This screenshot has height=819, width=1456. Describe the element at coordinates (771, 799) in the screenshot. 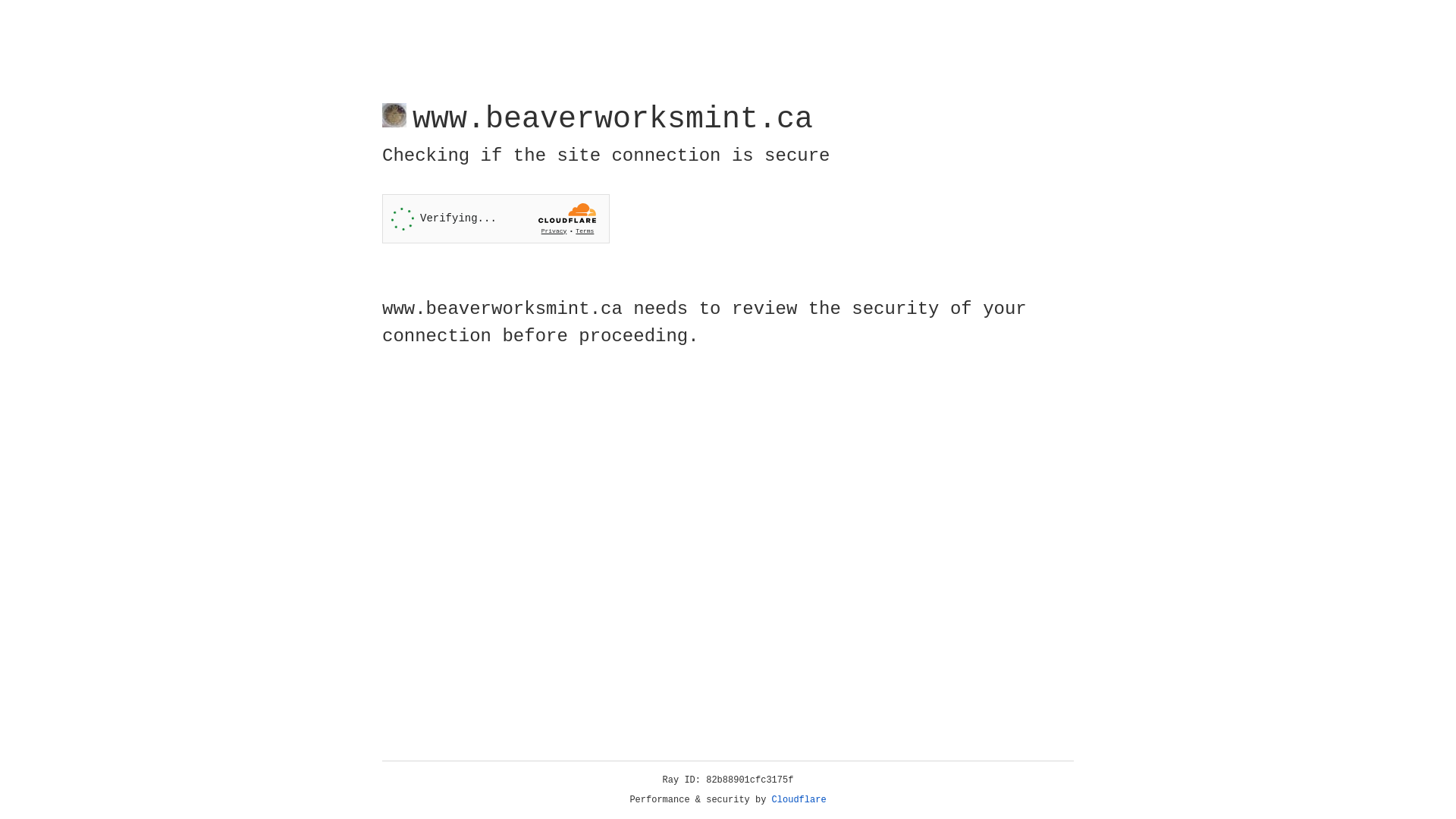

I see `'Cloudflare'` at that location.